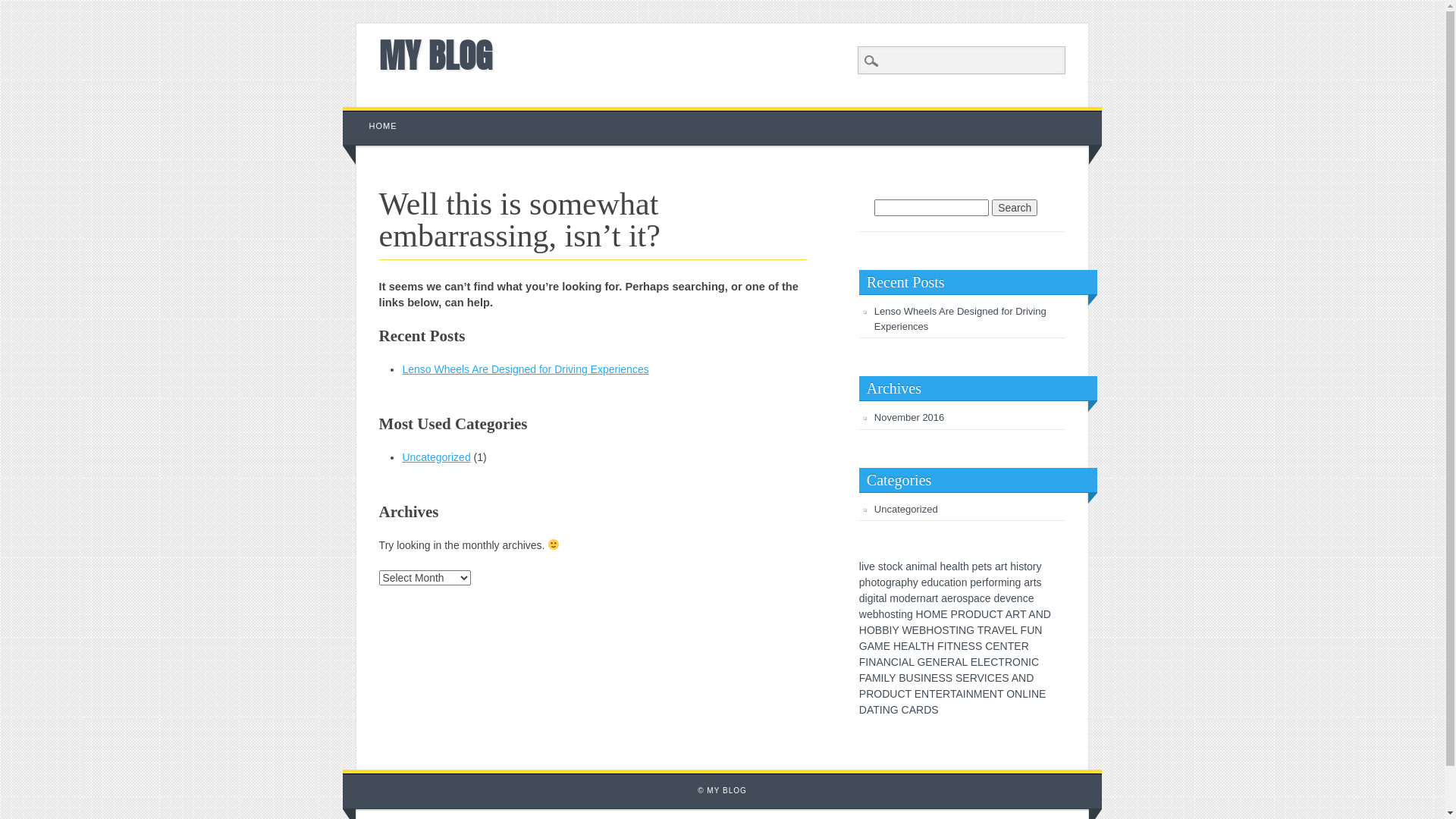 Image resolution: width=1456 pixels, height=819 pixels. Describe the element at coordinates (935, 614) in the screenshot. I see `'M'` at that location.